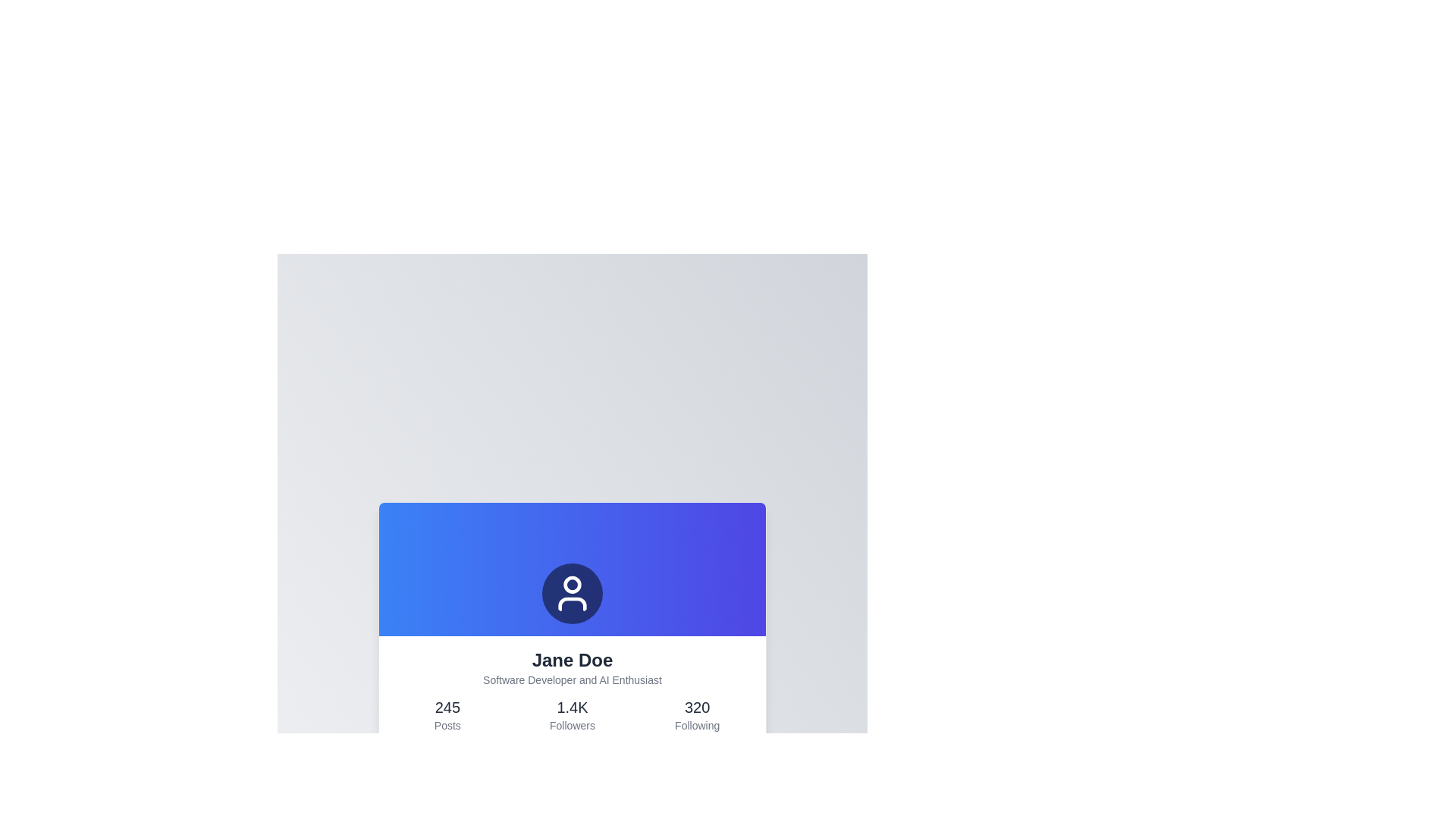  Describe the element at coordinates (571, 570) in the screenshot. I see `the user icon located at the center of the decorative header of the profile card` at that location.